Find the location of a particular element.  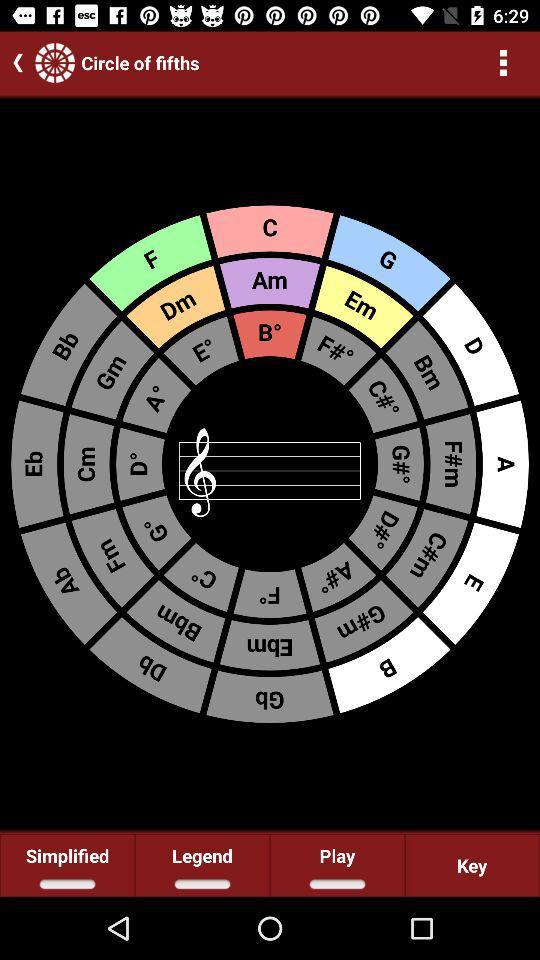

the national_flag icon is located at coordinates (55, 62).